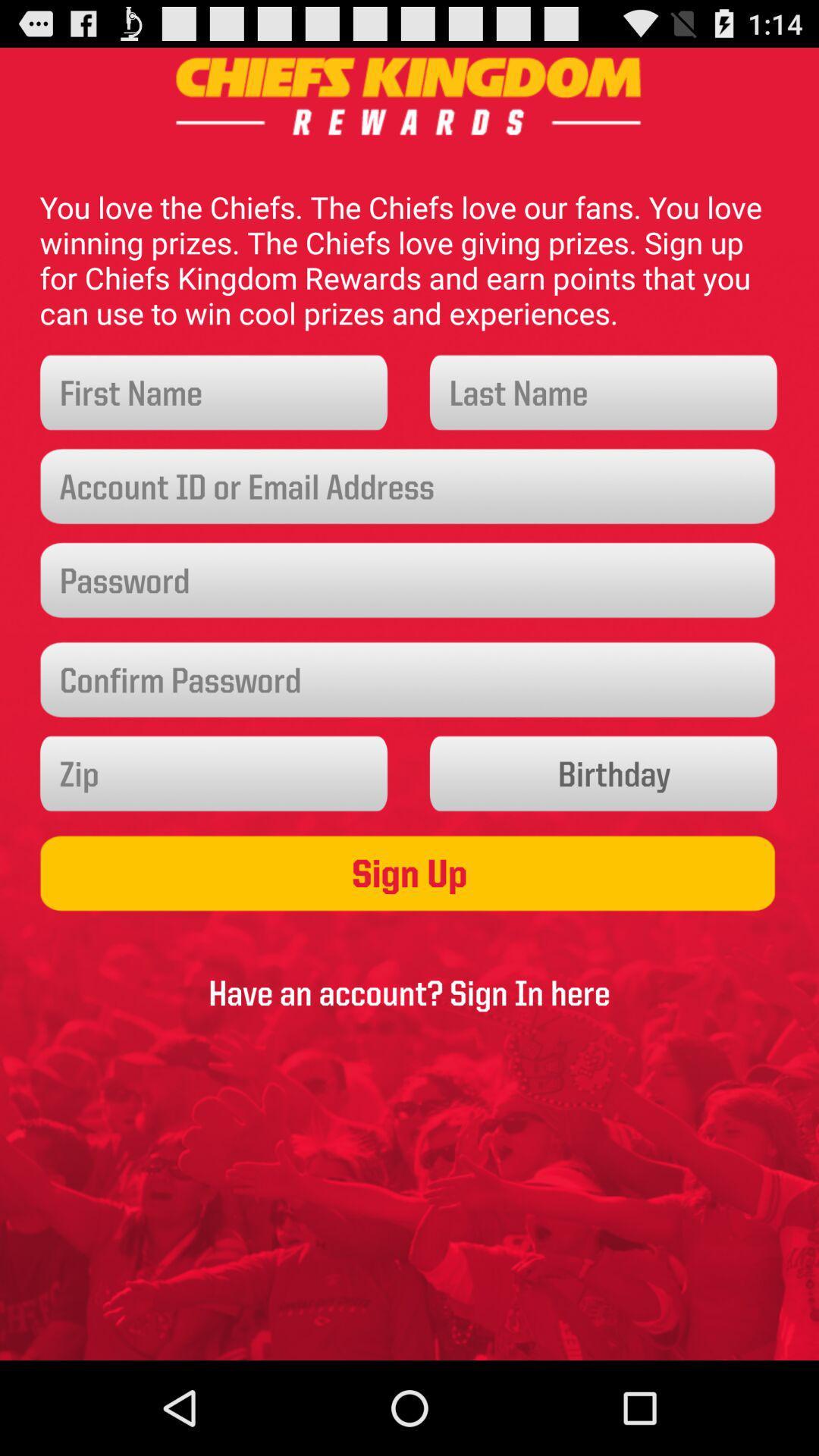 The width and height of the screenshot is (819, 1456). I want to click on account id or email entry, so click(409, 487).